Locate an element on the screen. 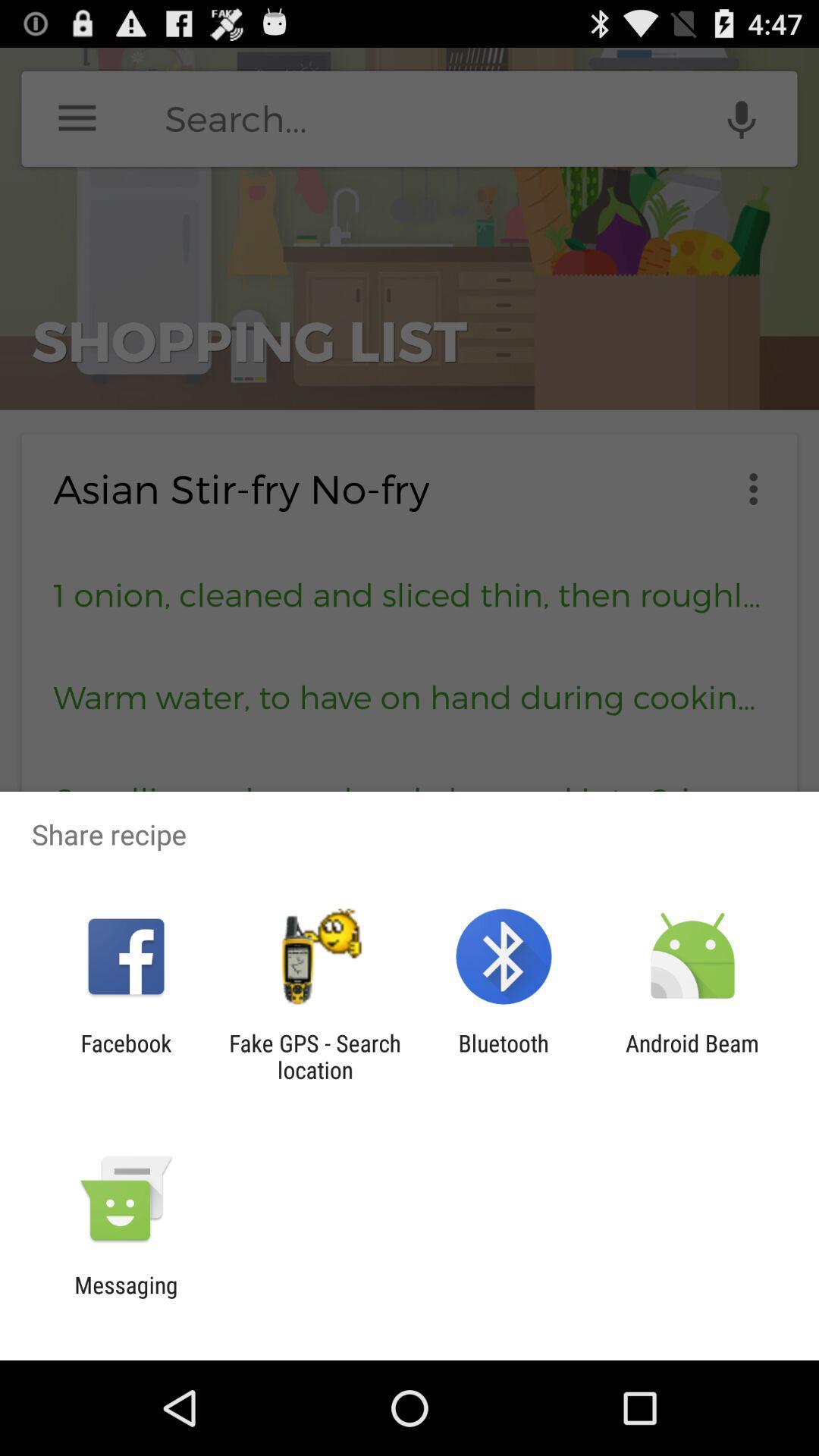 The height and width of the screenshot is (1456, 819). the icon to the left of the bluetooth is located at coordinates (314, 1056).